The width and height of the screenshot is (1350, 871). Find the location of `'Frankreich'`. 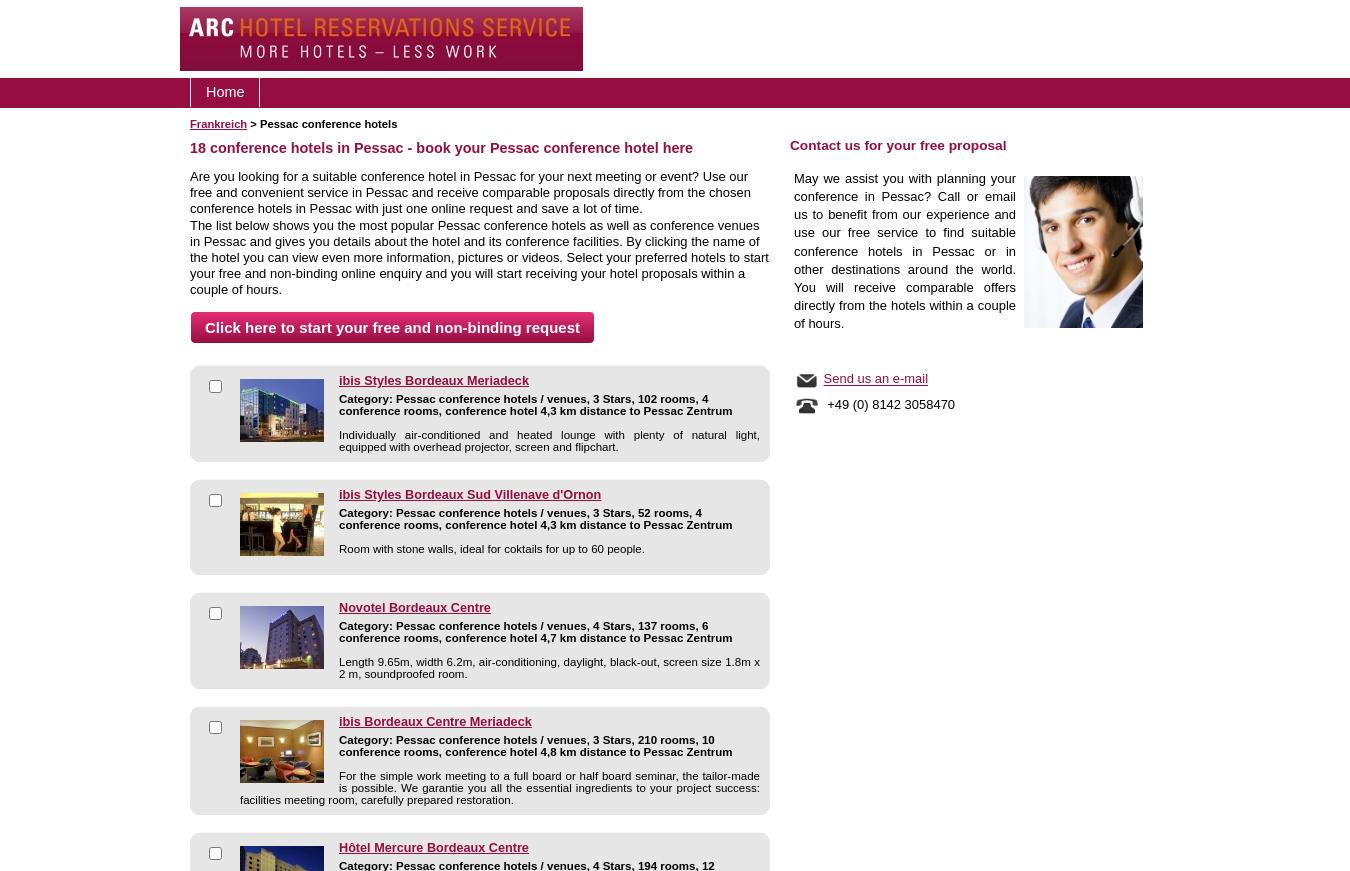

'Frankreich' is located at coordinates (218, 123).